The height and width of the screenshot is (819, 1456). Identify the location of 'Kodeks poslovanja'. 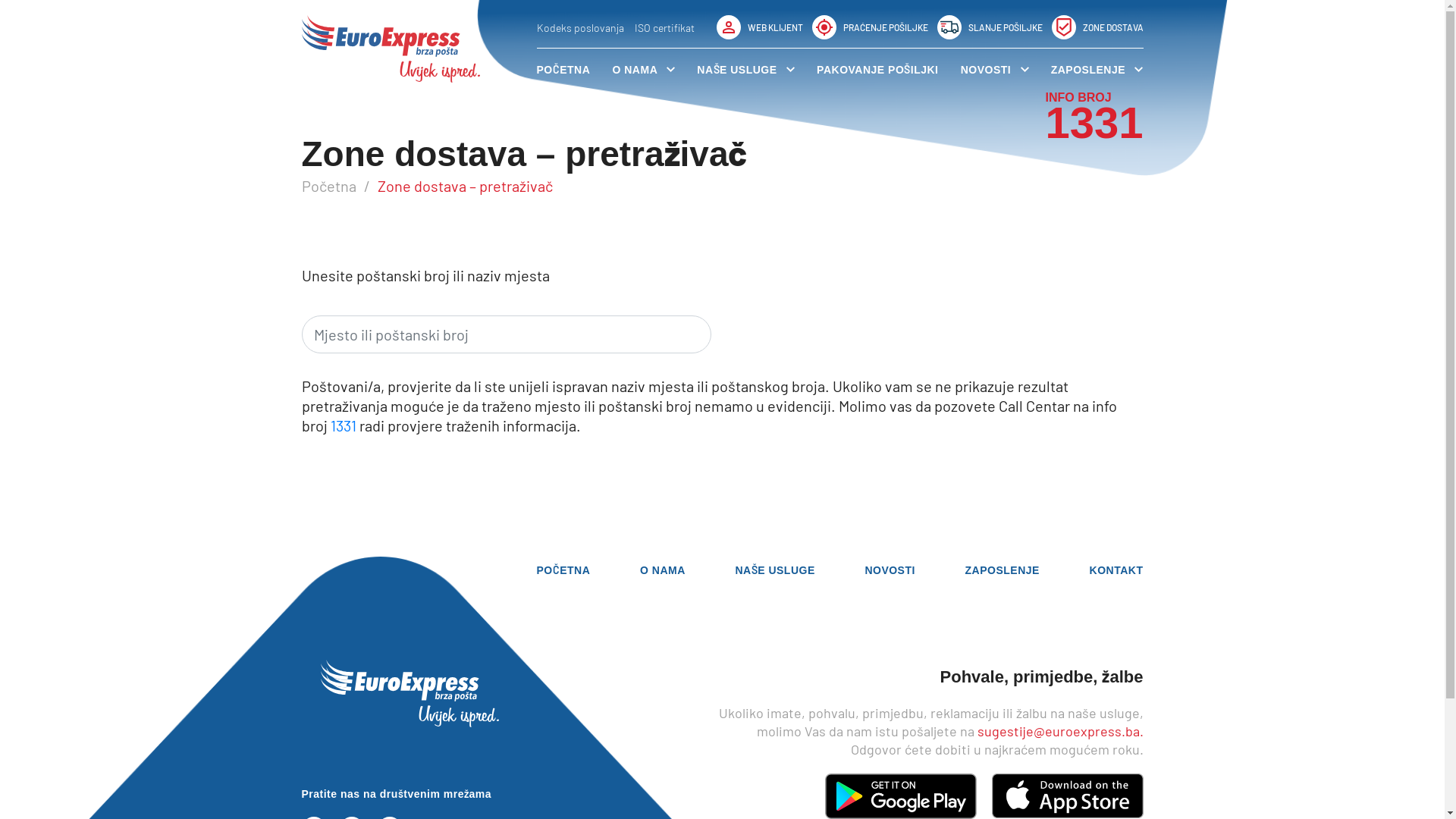
(579, 27).